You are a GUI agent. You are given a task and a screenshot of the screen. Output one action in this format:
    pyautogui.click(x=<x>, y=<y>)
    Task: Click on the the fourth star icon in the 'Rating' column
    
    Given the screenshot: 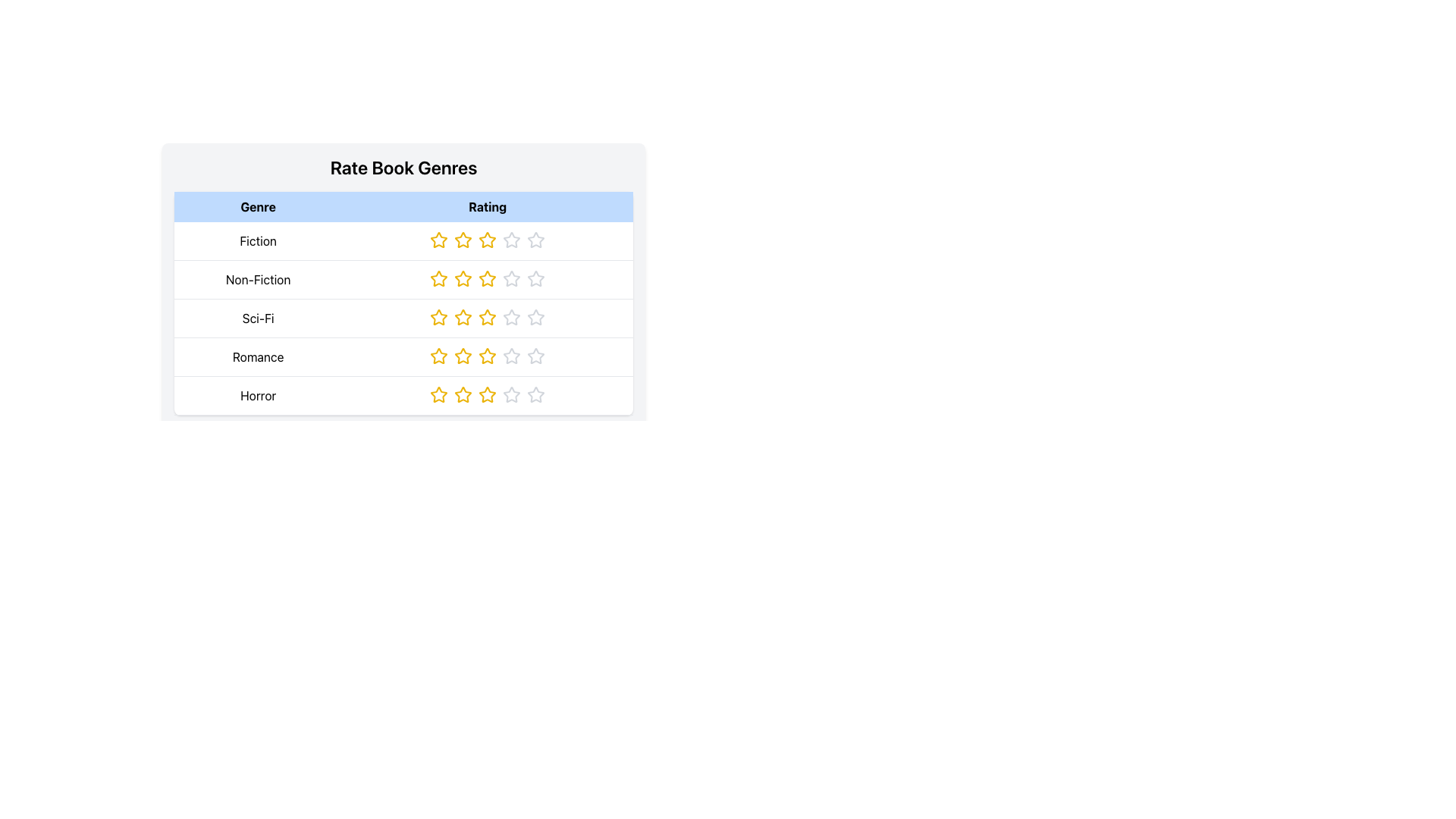 What is the action you would take?
    pyautogui.click(x=536, y=356)
    